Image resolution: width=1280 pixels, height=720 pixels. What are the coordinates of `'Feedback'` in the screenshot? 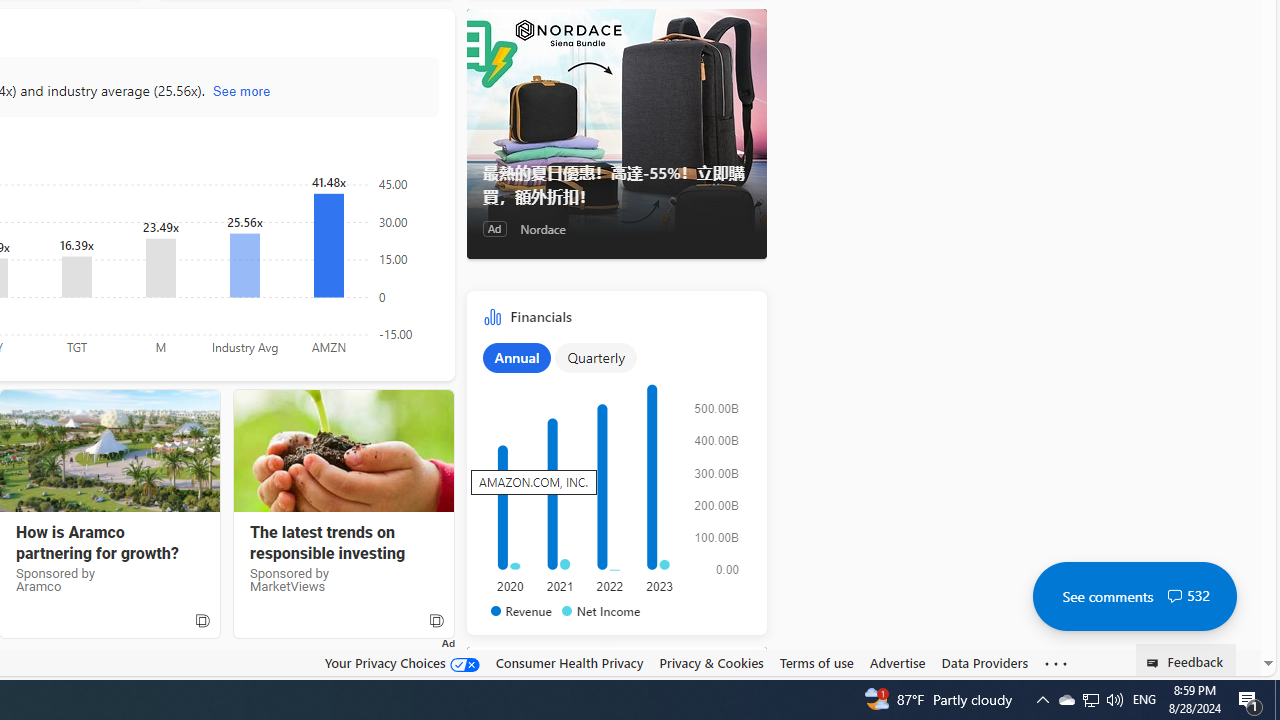 It's located at (1186, 659).